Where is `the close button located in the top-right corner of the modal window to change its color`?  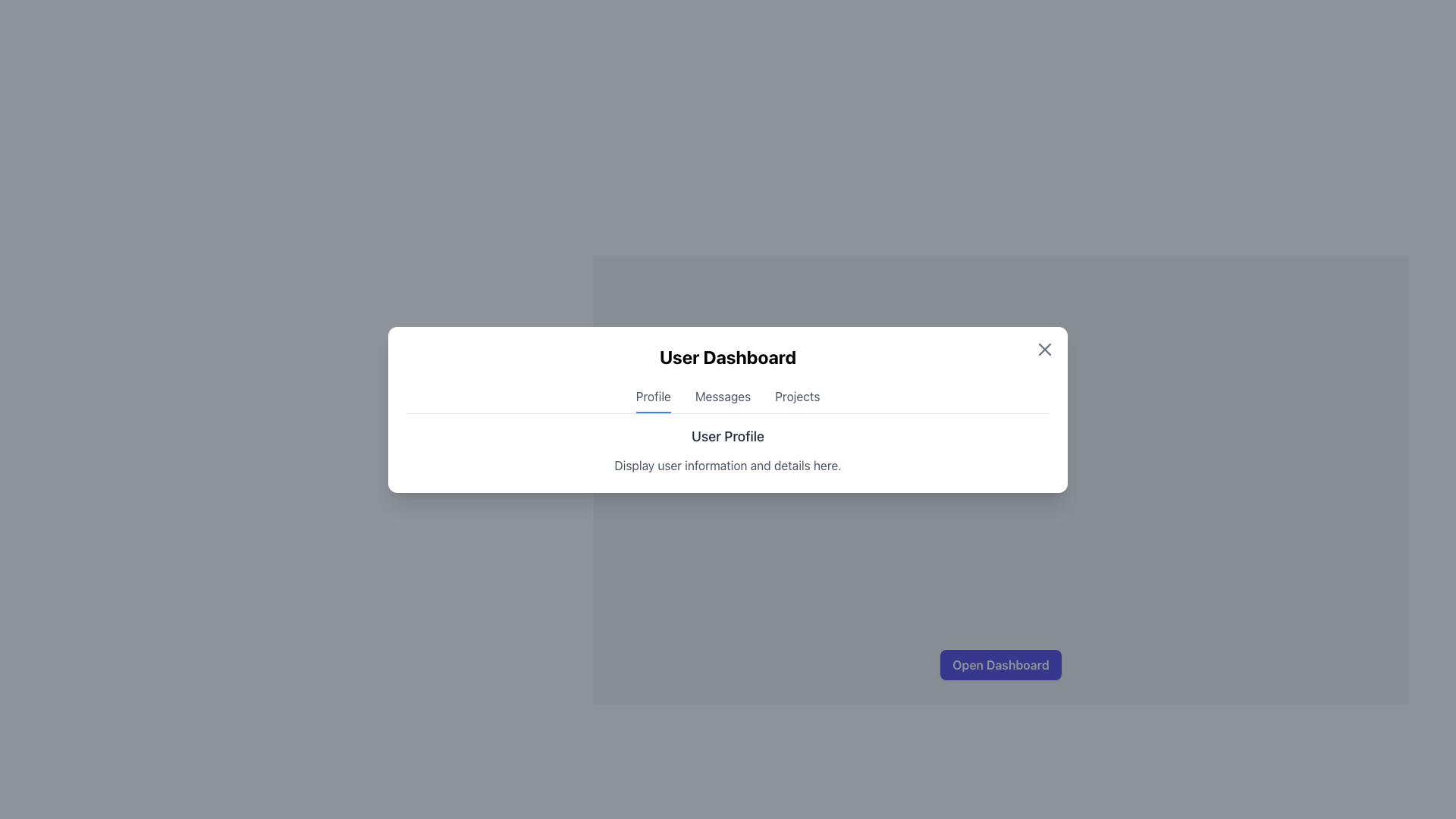 the close button located in the top-right corner of the modal window to change its color is located at coordinates (1043, 349).